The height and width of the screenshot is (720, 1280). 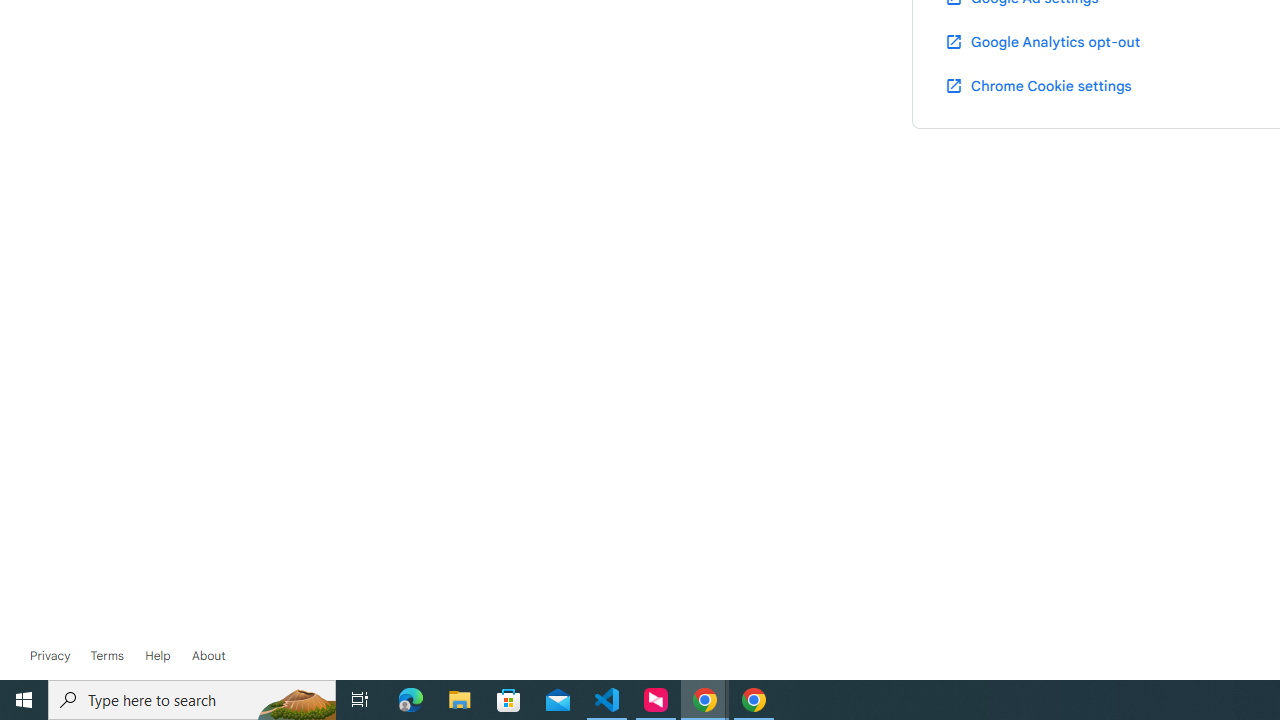 I want to click on 'Chrome Cookie settings', so click(x=1038, y=84).